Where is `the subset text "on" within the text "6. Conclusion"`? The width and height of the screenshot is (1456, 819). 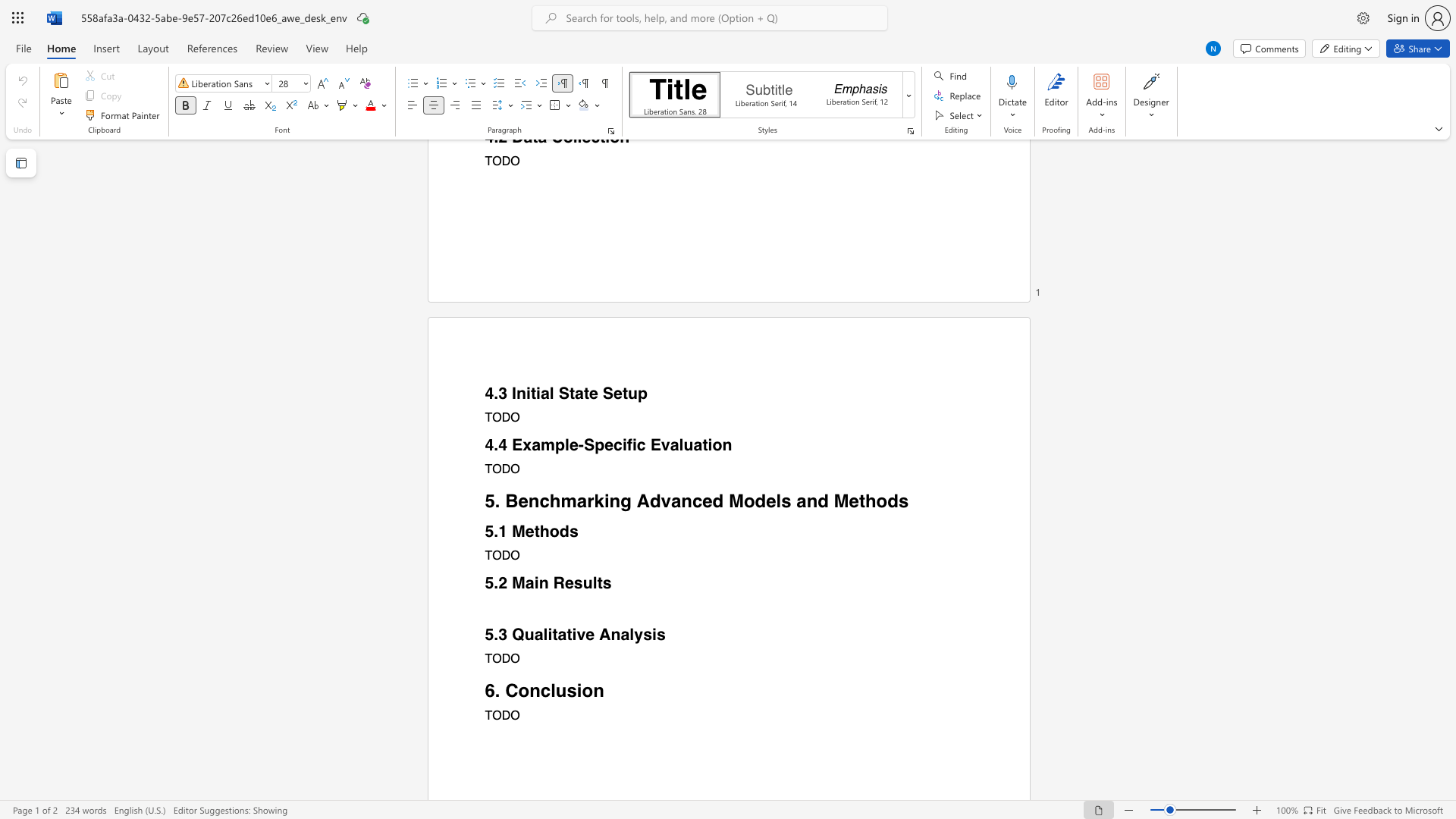
the subset text "on" within the text "6. Conclusion" is located at coordinates (581, 690).